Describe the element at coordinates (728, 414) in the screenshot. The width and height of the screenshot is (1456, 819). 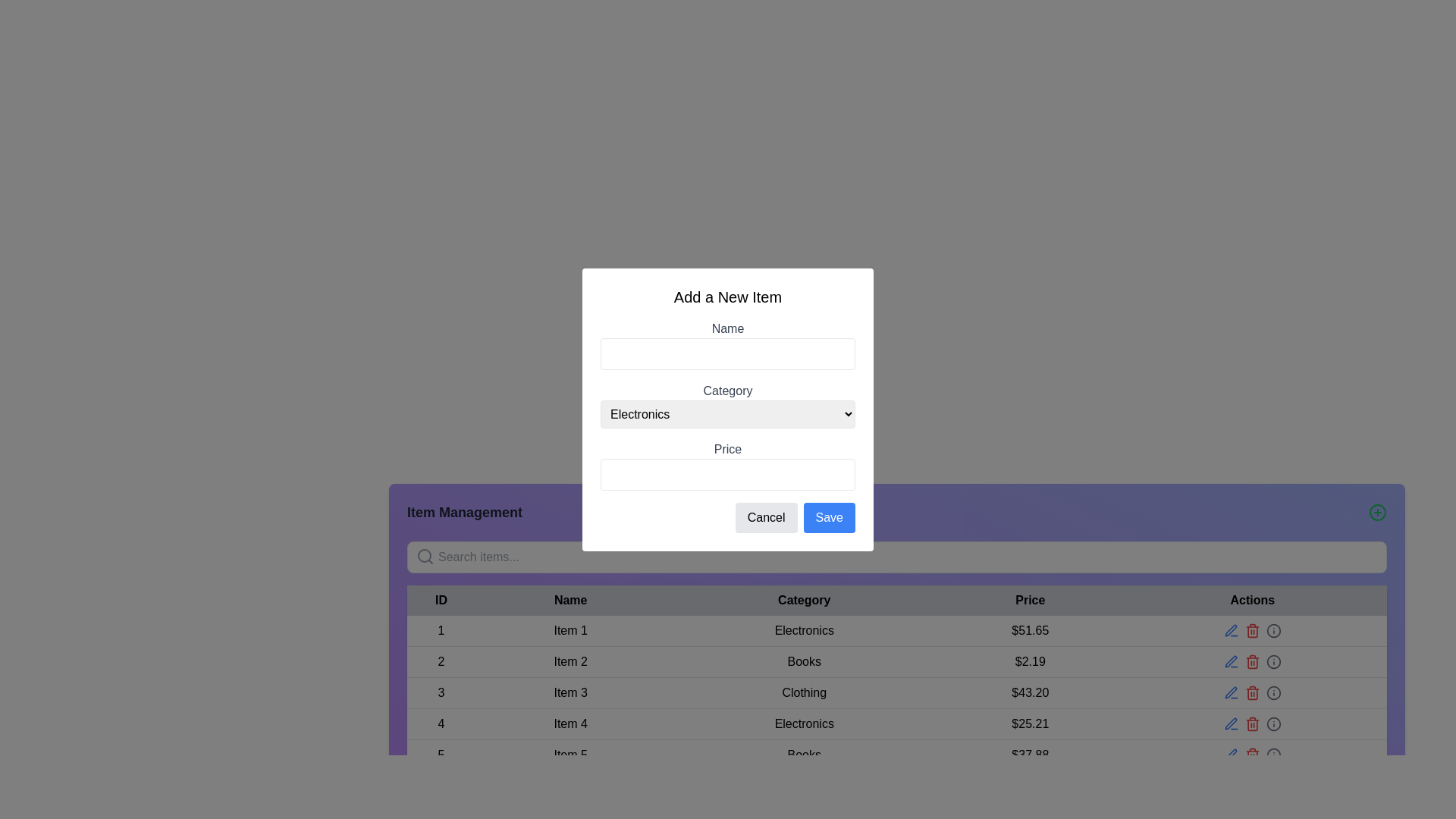
I see `an option from the 'Electronics' dropdown menu located below the 'Category' label in the 'Add a New Item' dialog box` at that location.